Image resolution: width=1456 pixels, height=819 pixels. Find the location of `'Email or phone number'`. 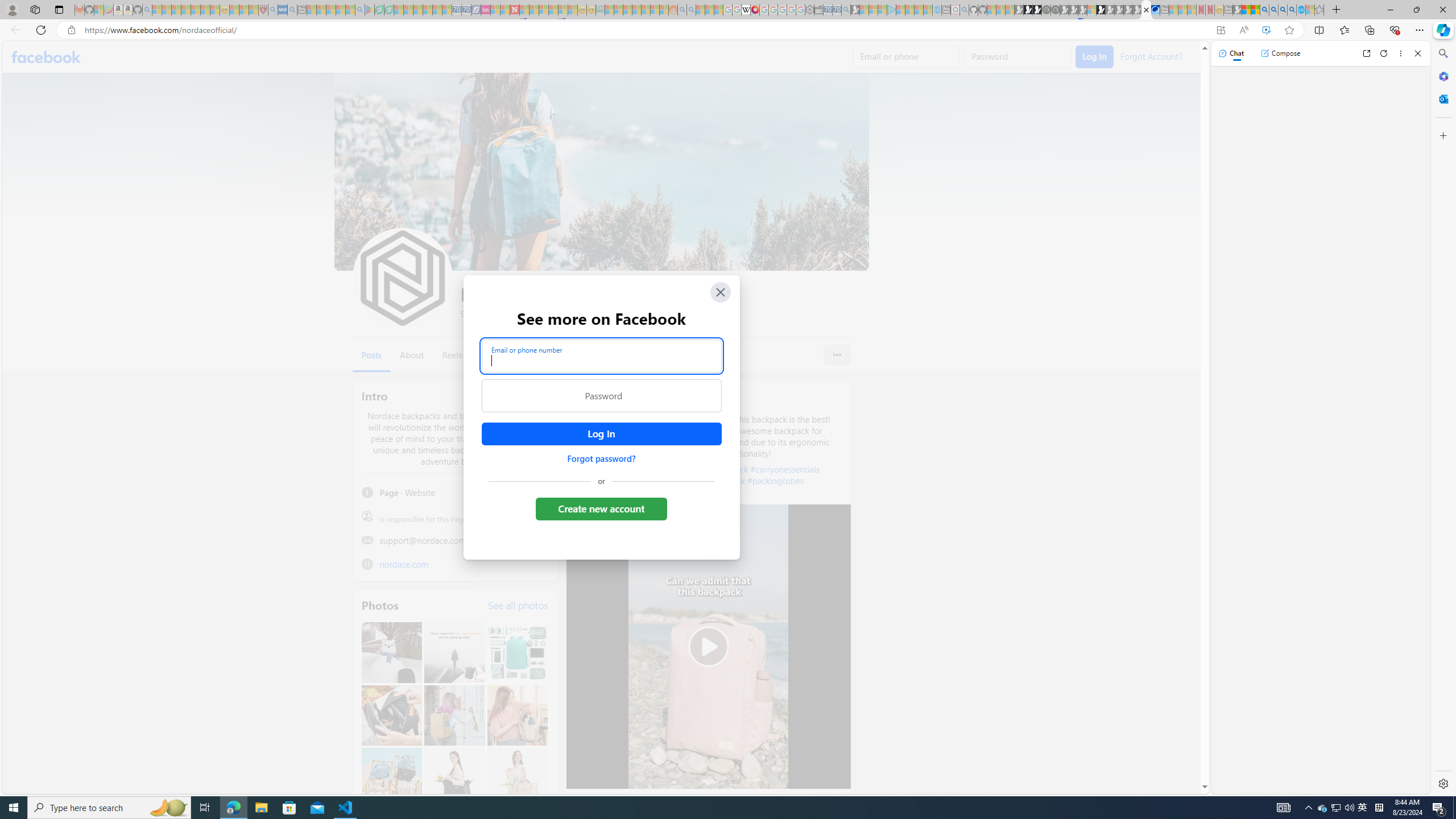

'Email or phone number' is located at coordinates (601, 355).